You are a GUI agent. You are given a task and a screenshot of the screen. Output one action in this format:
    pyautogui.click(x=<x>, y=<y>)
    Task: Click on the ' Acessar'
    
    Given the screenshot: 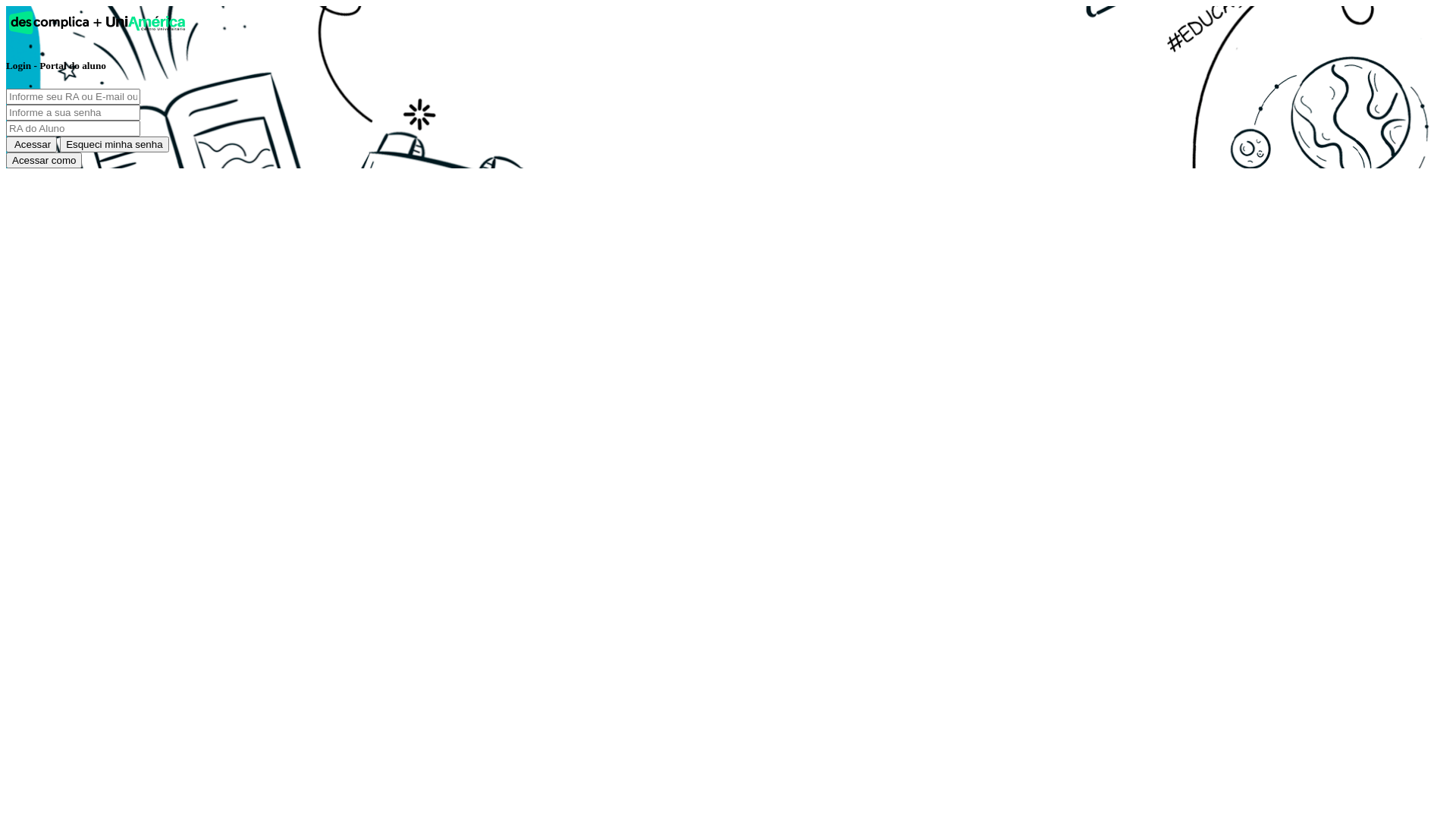 What is the action you would take?
    pyautogui.click(x=6, y=144)
    